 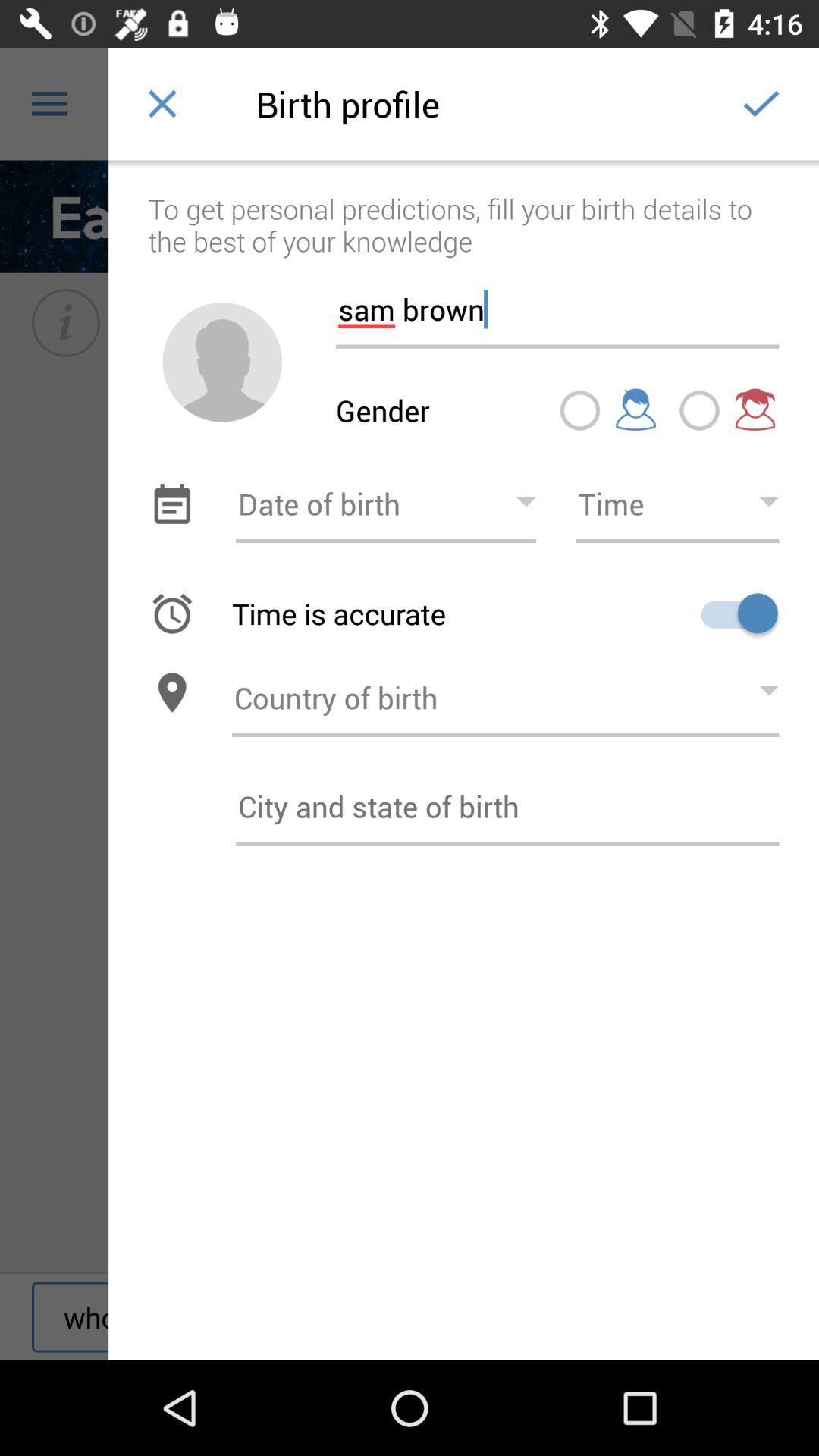 What do you see at coordinates (699, 410) in the screenshot?
I see `click beside girl` at bounding box center [699, 410].